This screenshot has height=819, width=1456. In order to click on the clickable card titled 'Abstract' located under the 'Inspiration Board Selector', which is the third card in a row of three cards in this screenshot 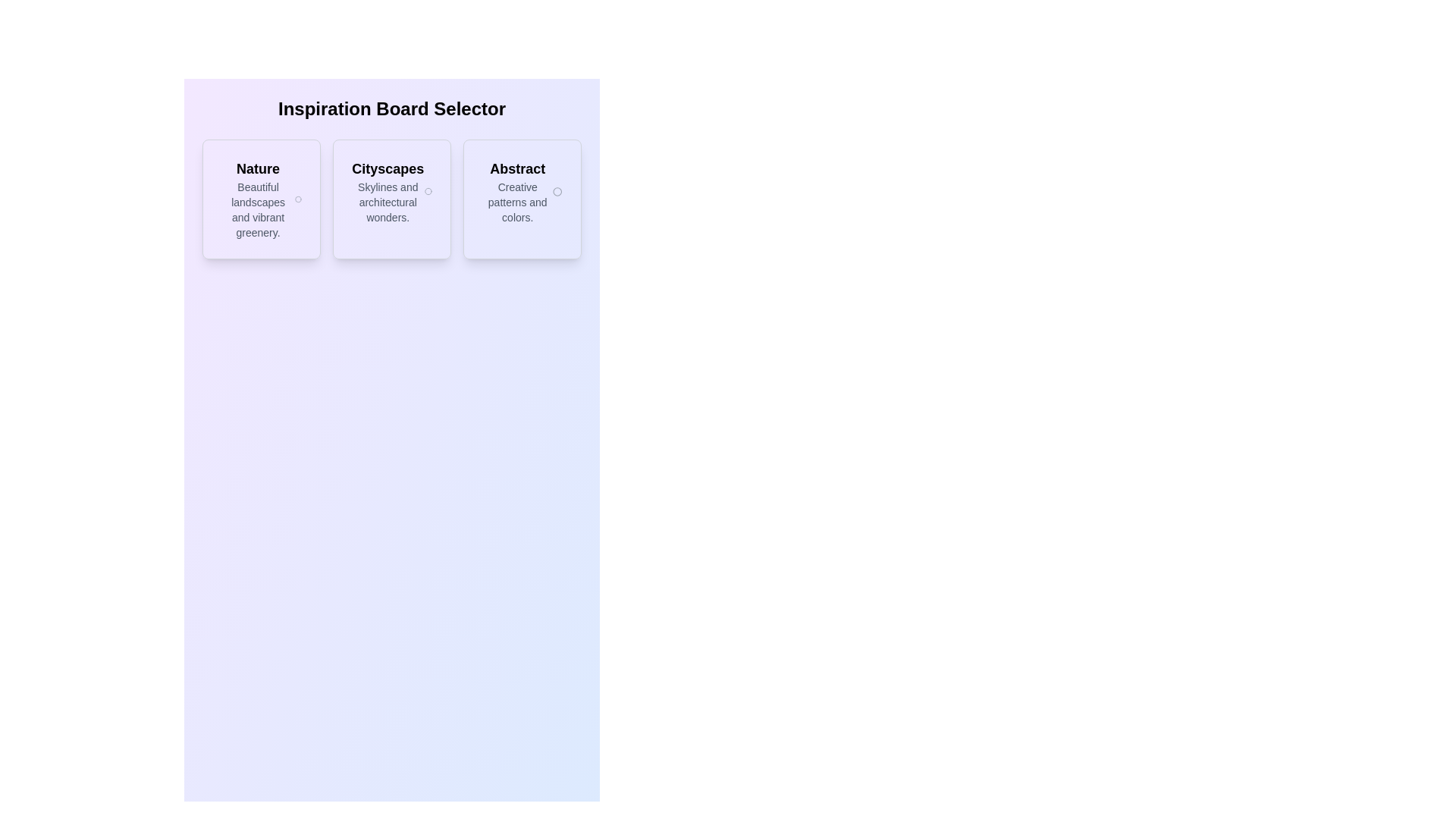, I will do `click(517, 191)`.